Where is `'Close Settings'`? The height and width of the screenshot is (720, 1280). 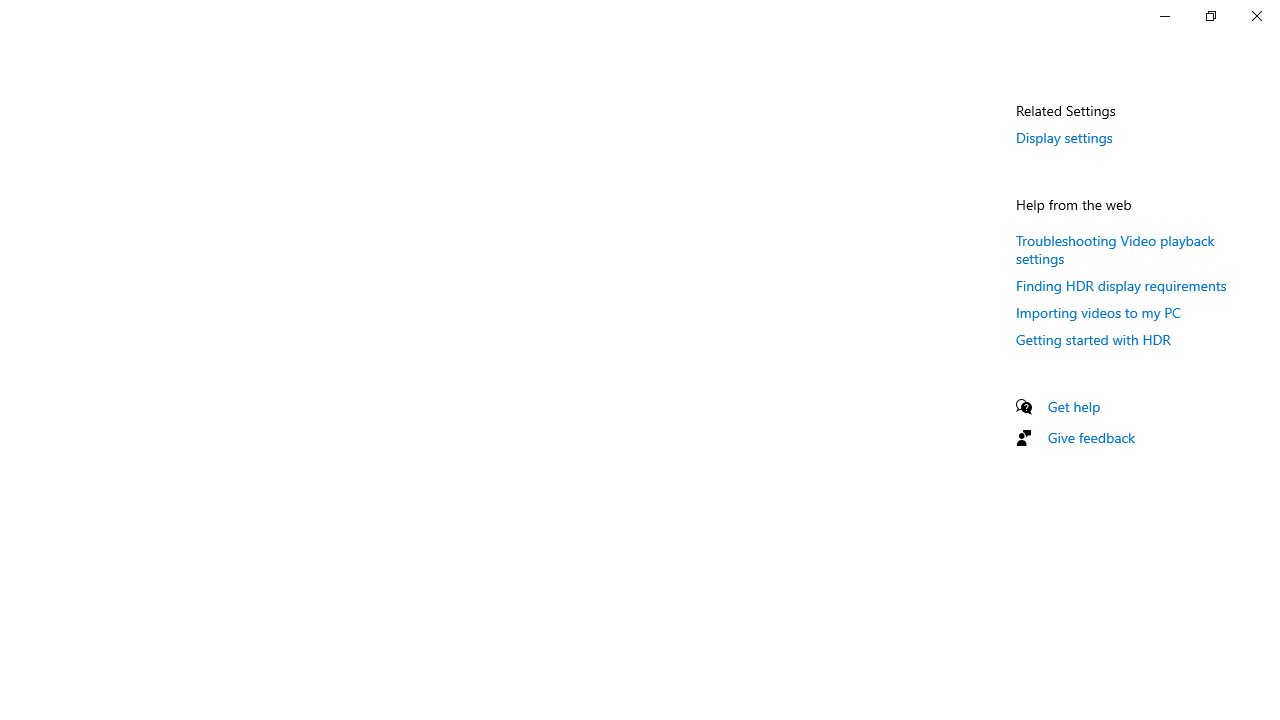
'Close Settings' is located at coordinates (1255, 15).